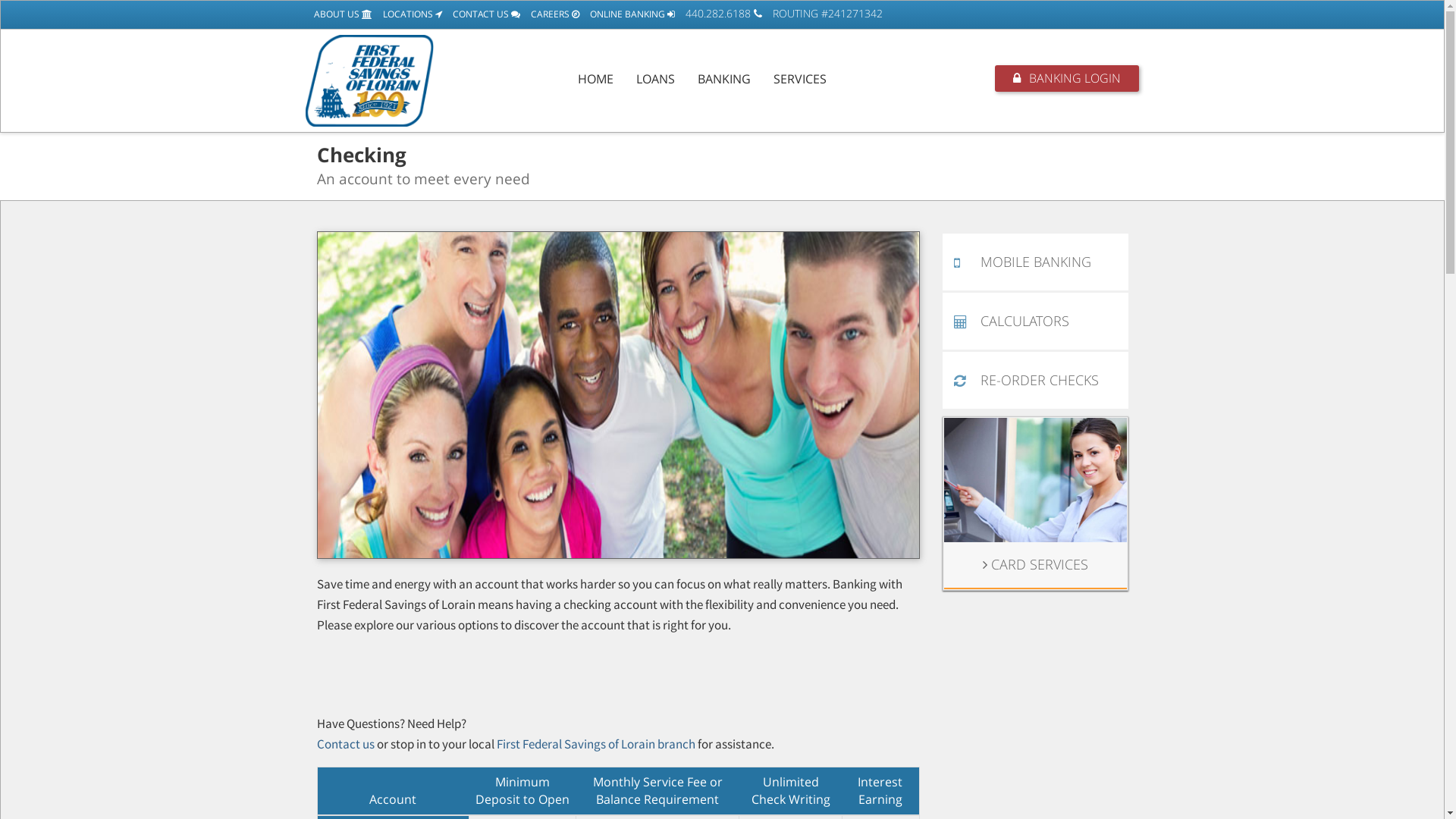 The width and height of the screenshot is (1456, 819). I want to click on 'CARD SERVICES', so click(942, 564).